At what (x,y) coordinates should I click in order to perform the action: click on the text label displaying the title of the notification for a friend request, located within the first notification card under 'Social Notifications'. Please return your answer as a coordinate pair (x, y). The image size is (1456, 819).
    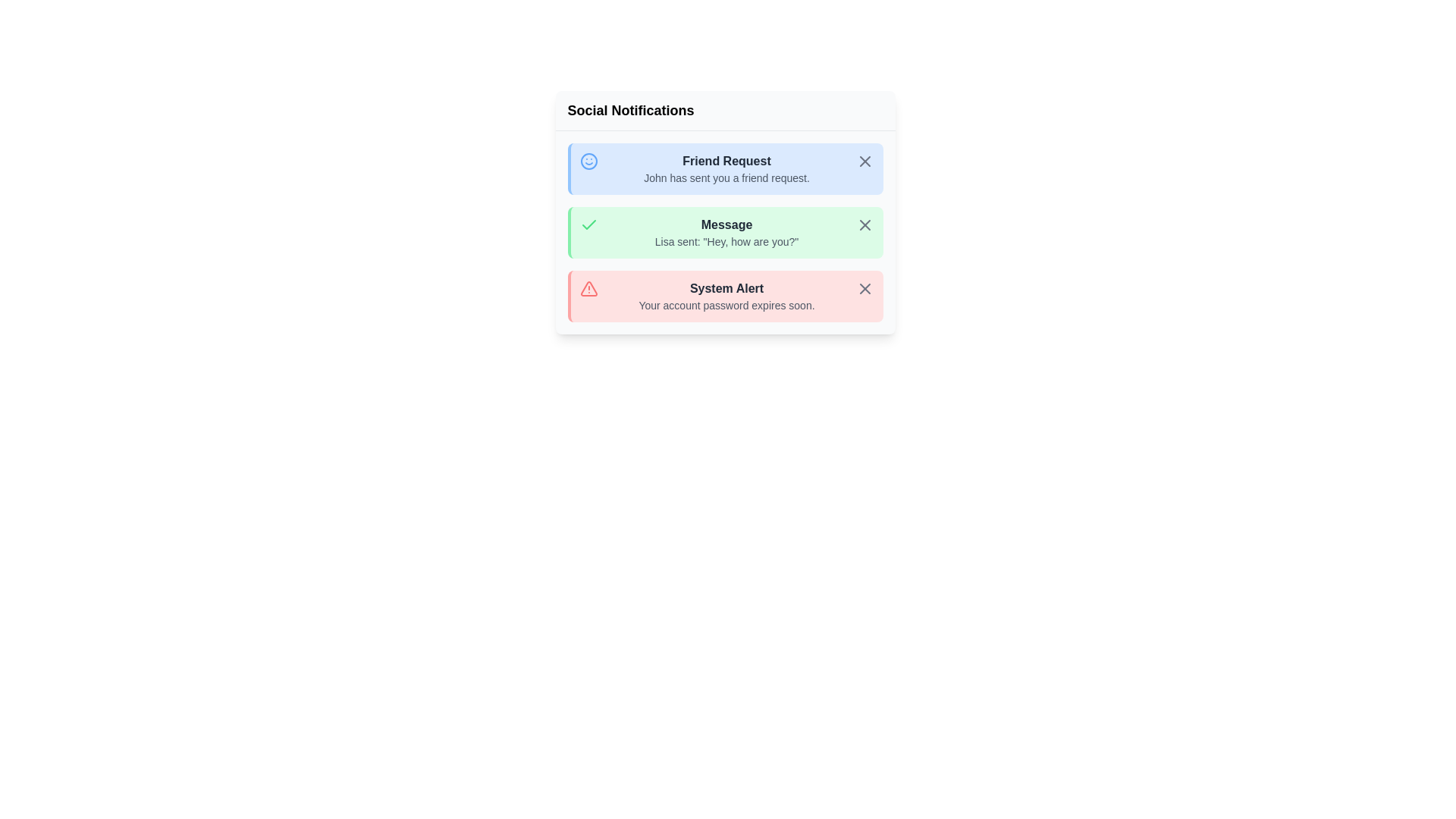
    Looking at the image, I should click on (726, 161).